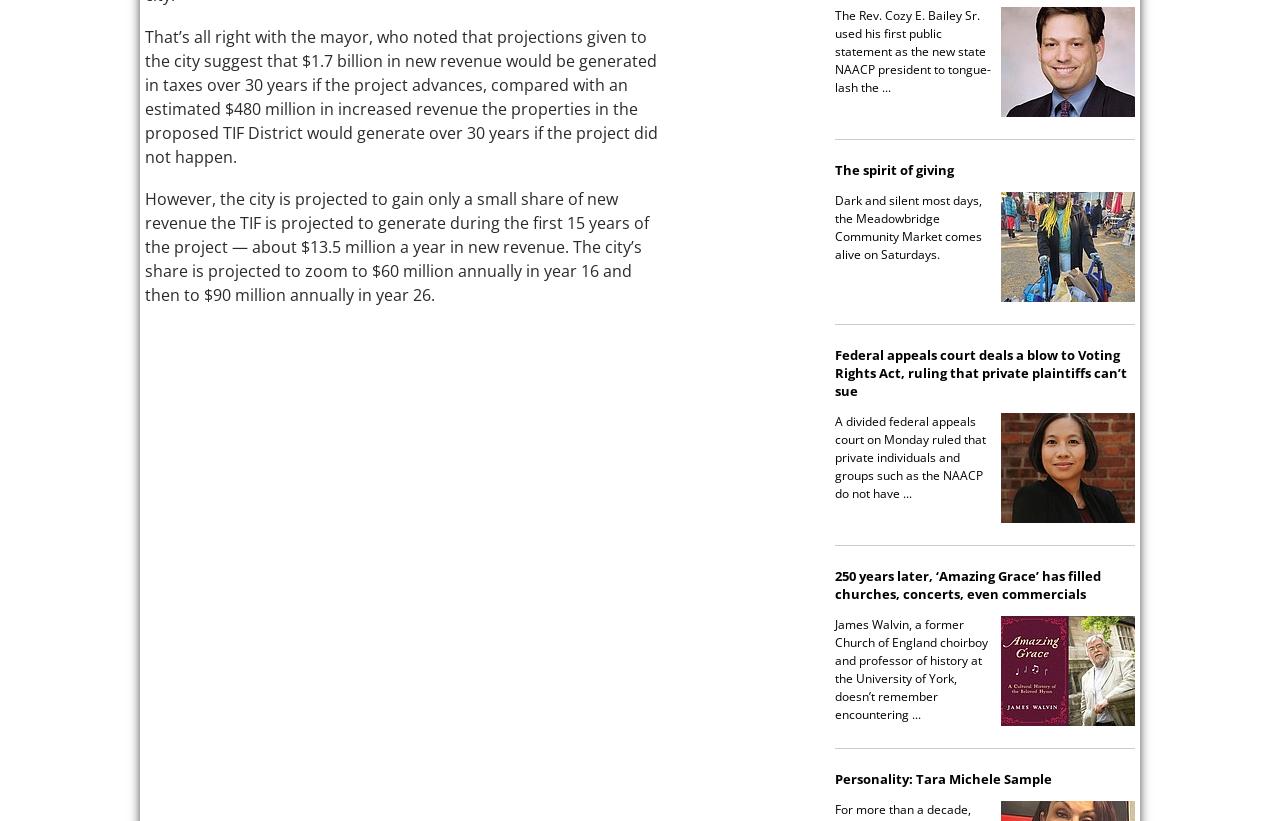 The width and height of the screenshot is (1280, 821). Describe the element at coordinates (400, 94) in the screenshot. I see `'That’s all right with the mayor, who noted that projections given to the city suggest that $1.7 billion in new revenue would be generated in taxes over 30 years if the project advances, compared with an estimated $480 million in increased revenue the properties in the proposed TIF District would generate over 30 years if the project did not happen.'` at that location.